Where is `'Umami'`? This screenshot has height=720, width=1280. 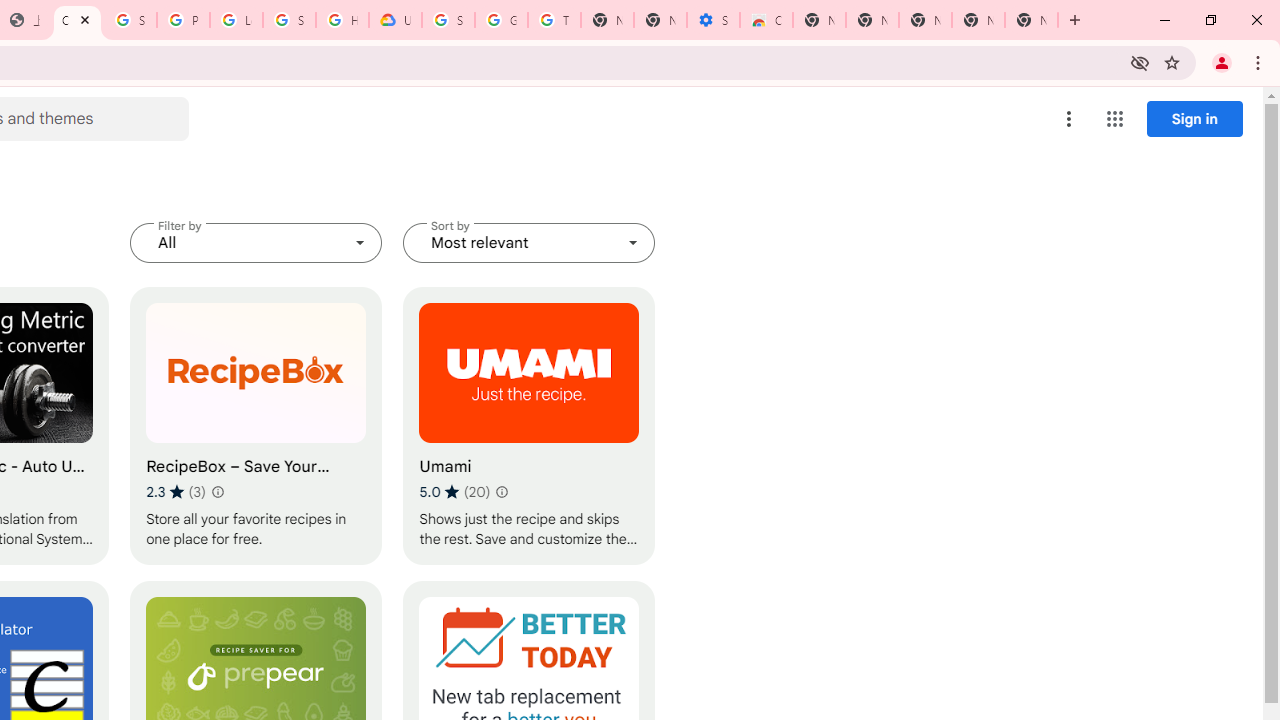 'Umami' is located at coordinates (529, 425).